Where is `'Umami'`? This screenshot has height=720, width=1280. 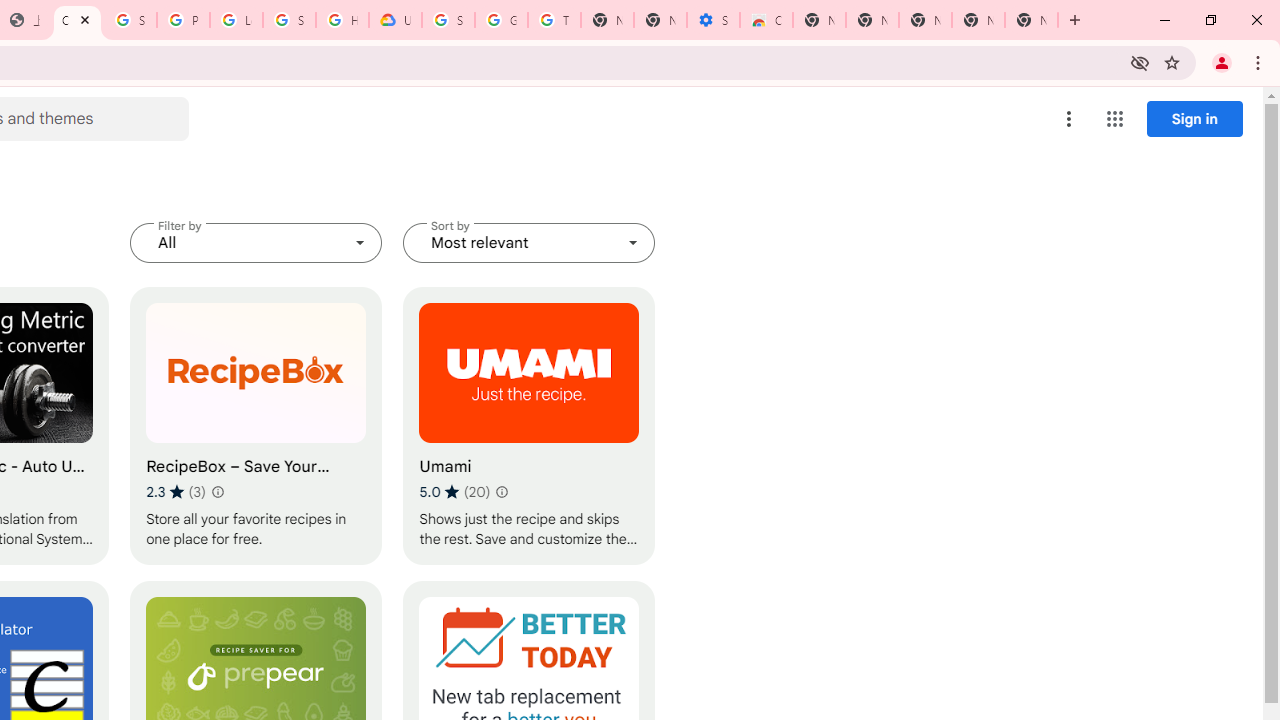 'Umami' is located at coordinates (529, 425).